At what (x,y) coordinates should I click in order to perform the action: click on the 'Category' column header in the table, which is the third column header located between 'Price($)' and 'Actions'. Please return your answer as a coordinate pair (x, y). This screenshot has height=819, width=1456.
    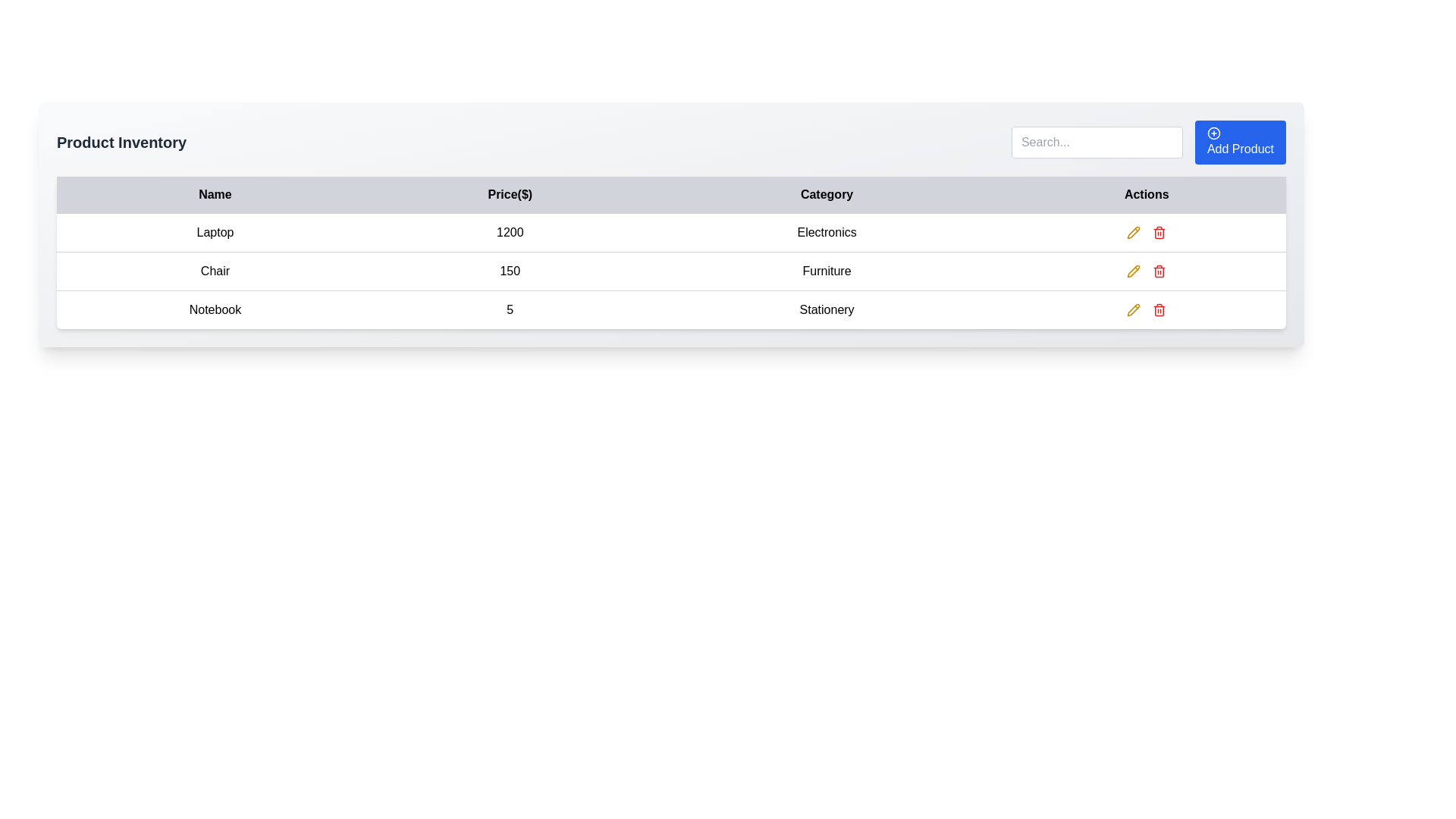
    Looking at the image, I should click on (826, 194).